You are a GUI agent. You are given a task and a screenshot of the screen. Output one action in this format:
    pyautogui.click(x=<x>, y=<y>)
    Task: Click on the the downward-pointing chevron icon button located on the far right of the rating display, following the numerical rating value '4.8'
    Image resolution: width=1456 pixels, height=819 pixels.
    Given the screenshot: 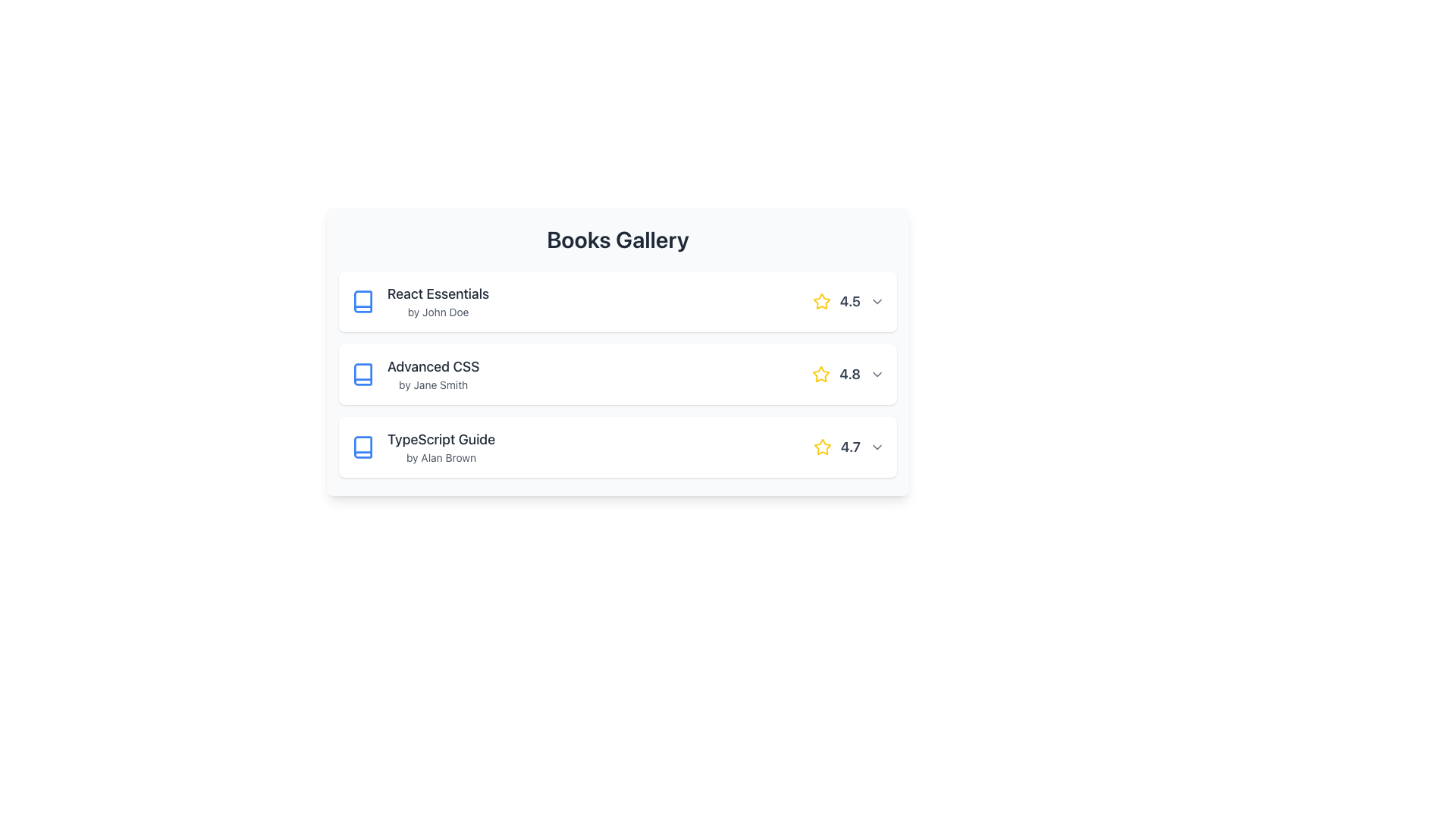 What is the action you would take?
    pyautogui.click(x=877, y=374)
    